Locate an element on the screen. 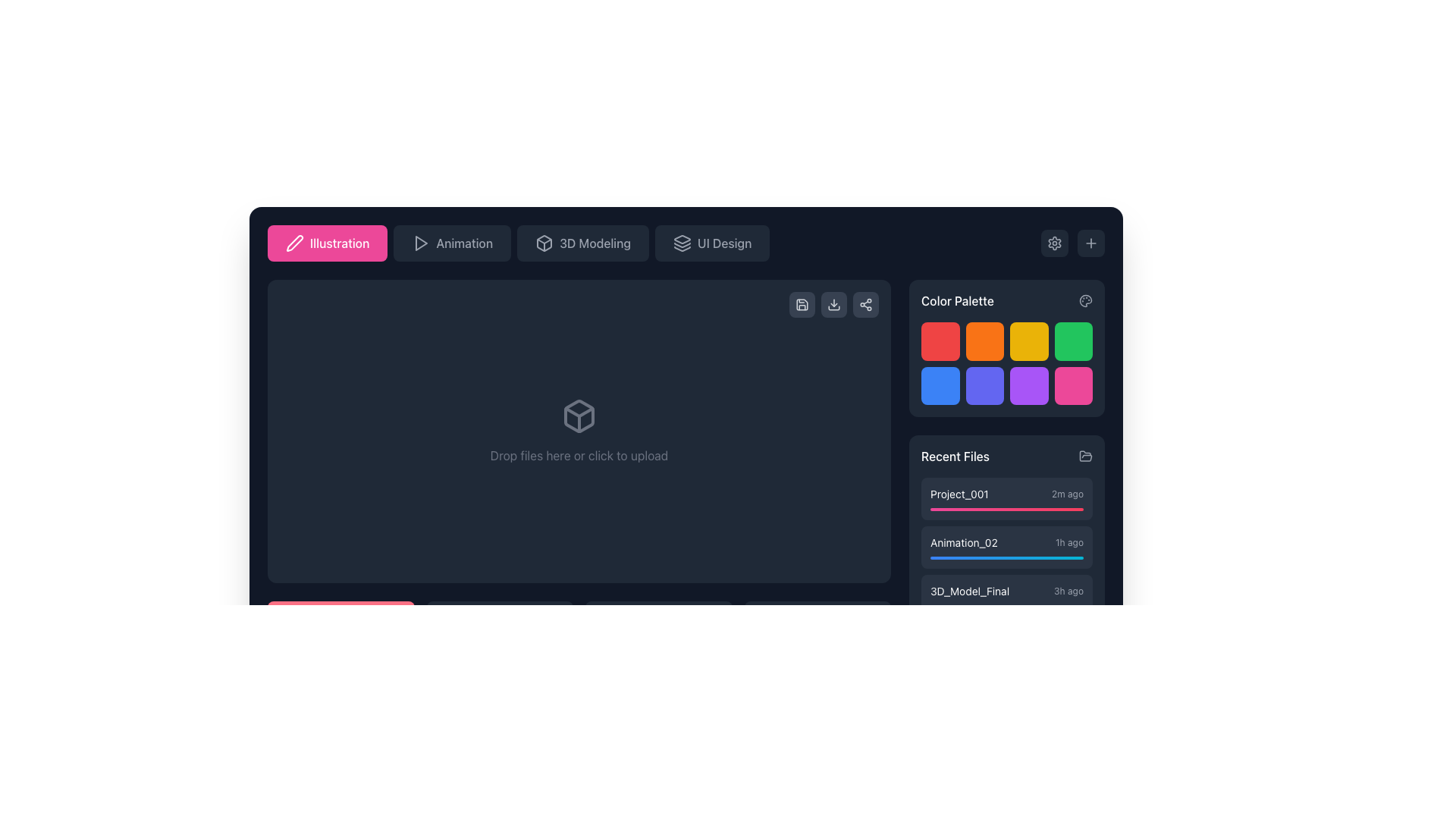  the gear icon in the top-right corner of the interface is located at coordinates (1054, 242).